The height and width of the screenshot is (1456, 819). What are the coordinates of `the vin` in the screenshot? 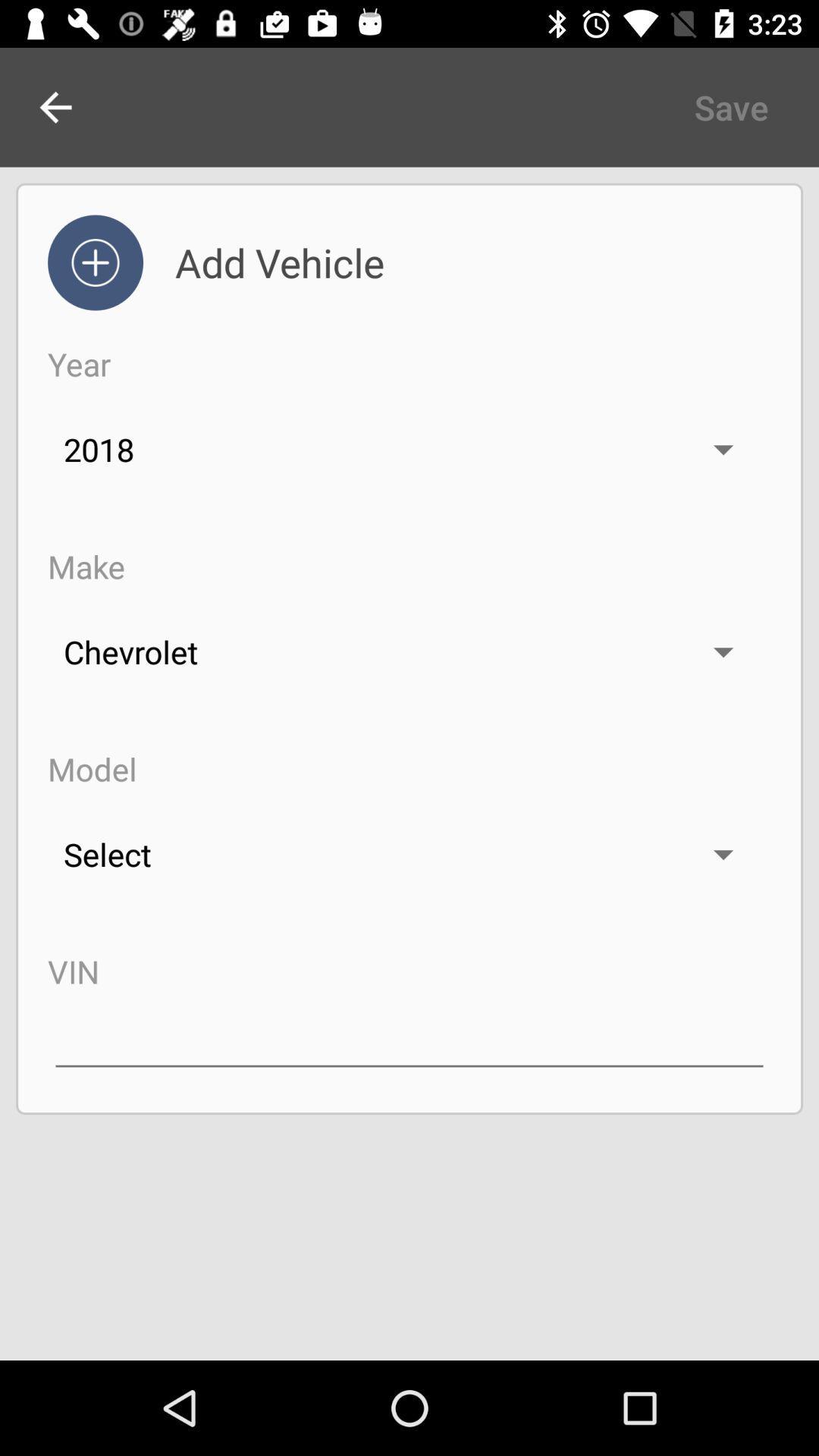 It's located at (409, 1037).